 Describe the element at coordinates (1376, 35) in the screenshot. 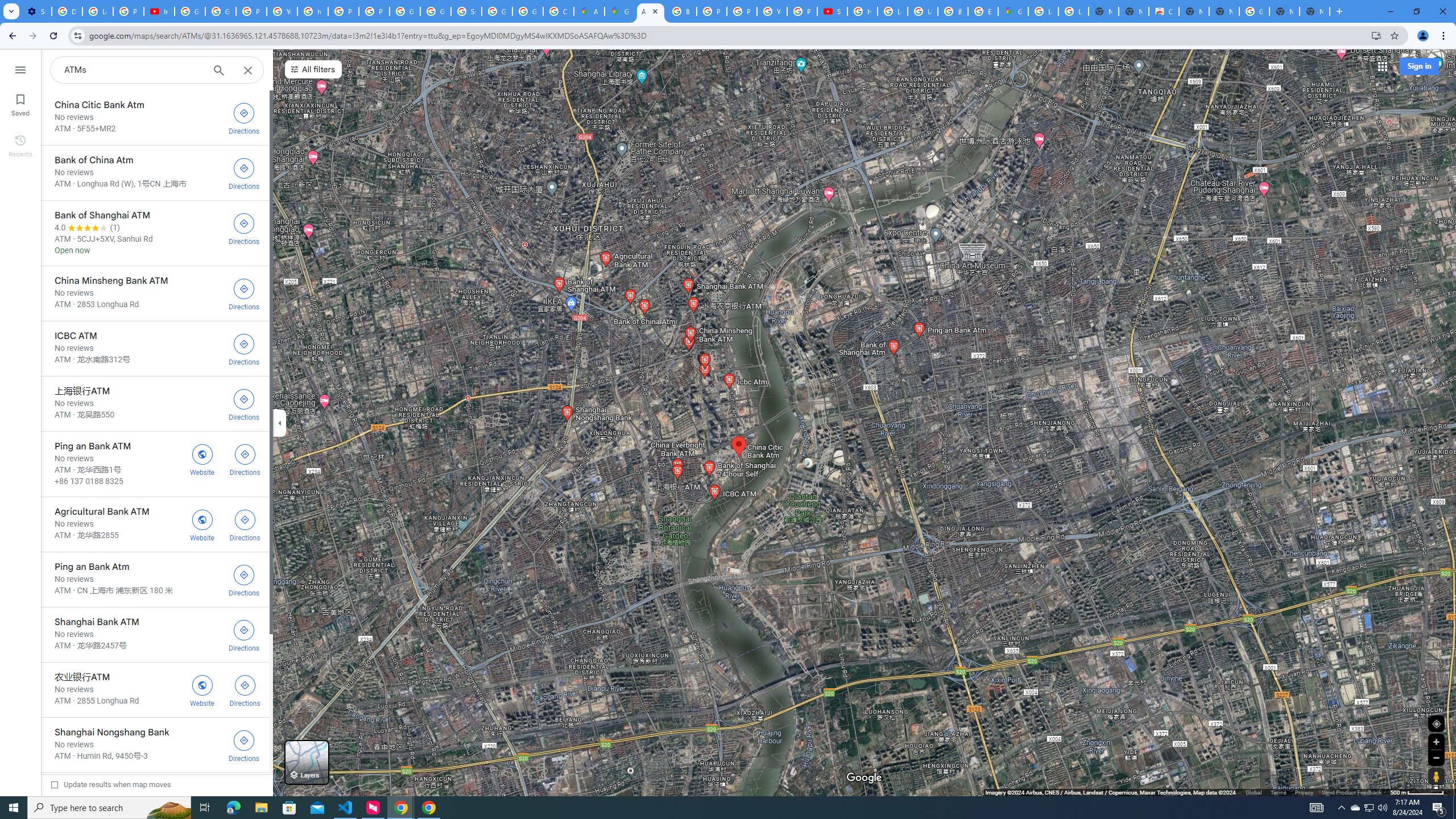

I see `'Install Google Maps'` at that location.